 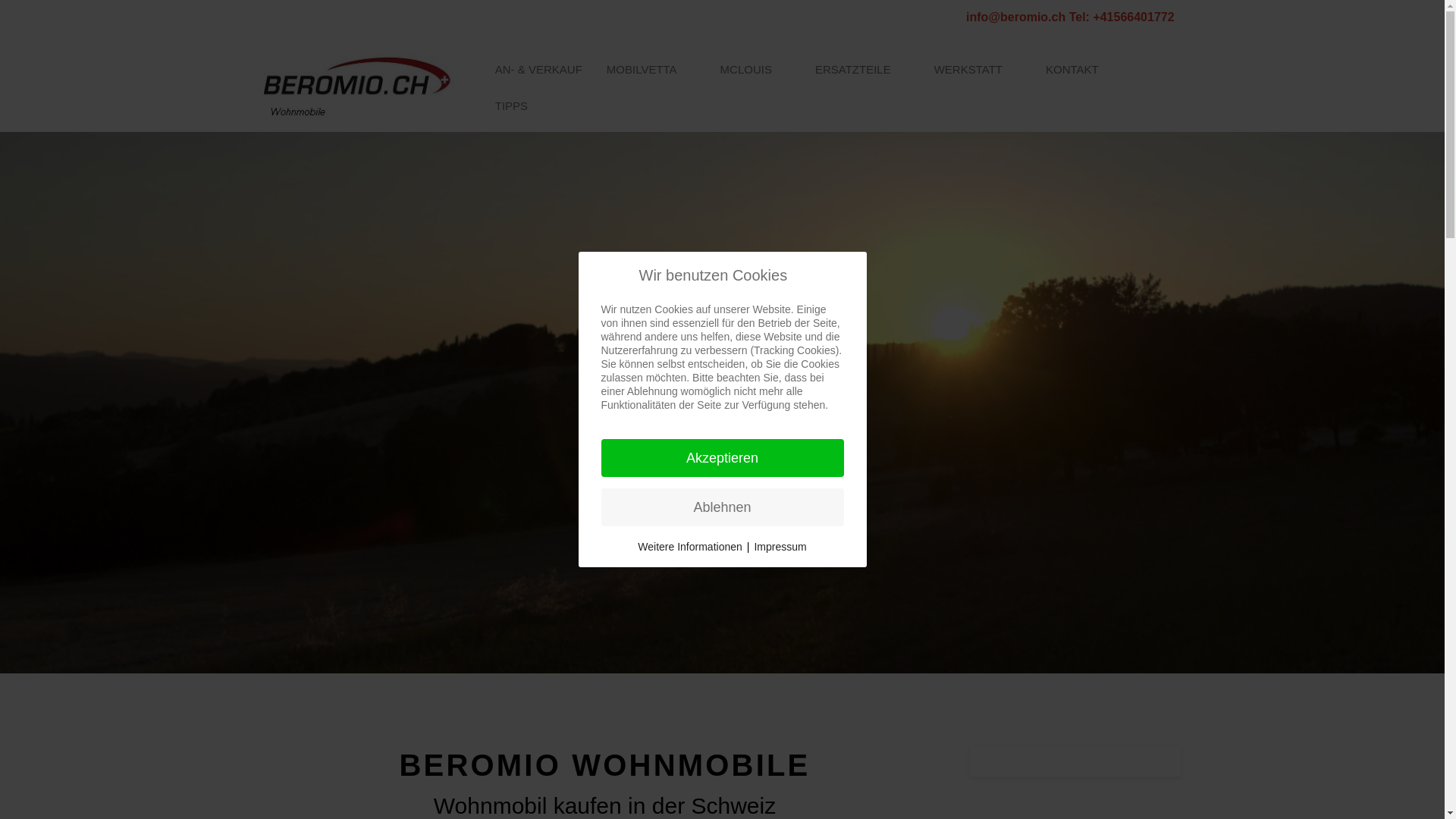 I want to click on 'KONTAKT', so click(x=1033, y=70).